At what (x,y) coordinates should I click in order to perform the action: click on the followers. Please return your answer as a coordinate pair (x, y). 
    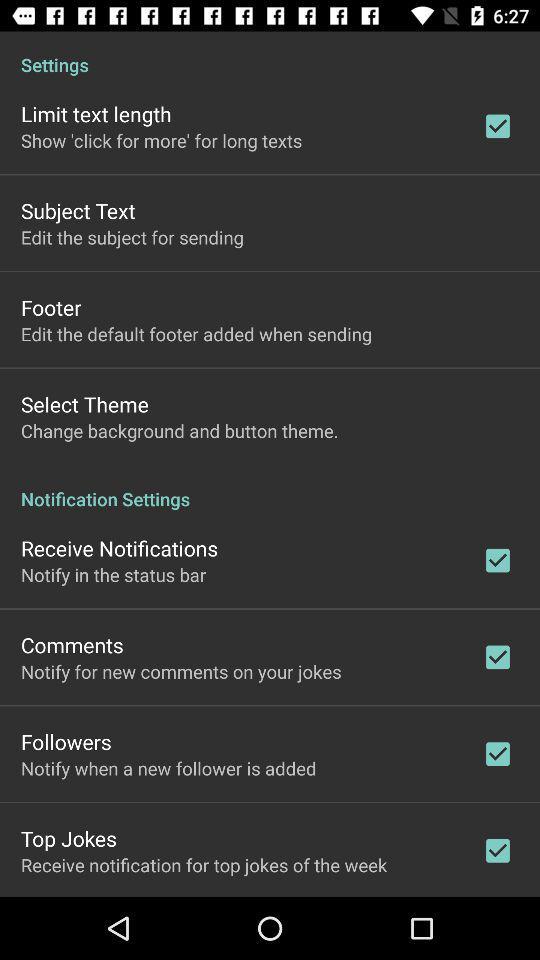
    Looking at the image, I should click on (66, 740).